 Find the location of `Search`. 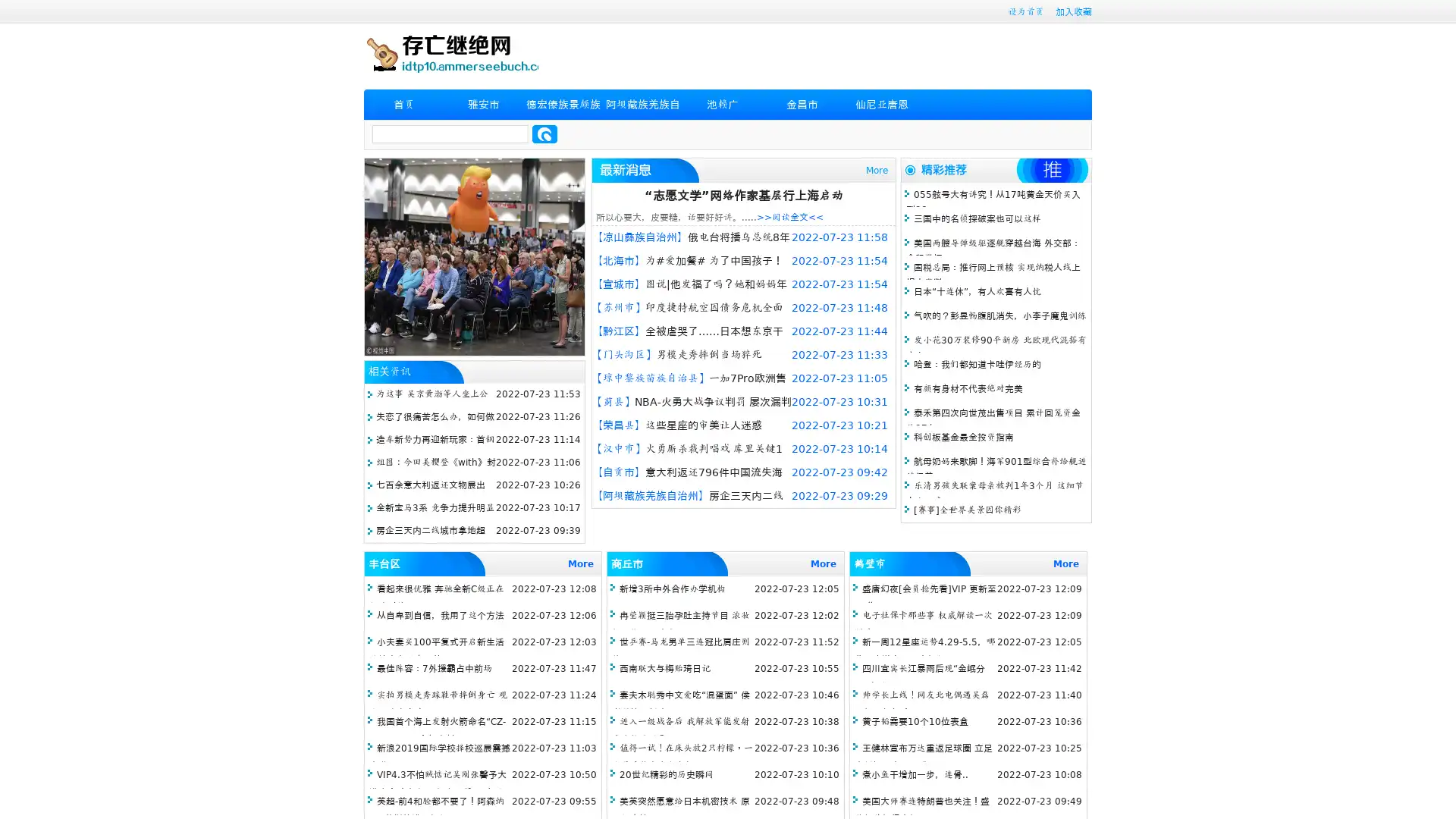

Search is located at coordinates (544, 133).